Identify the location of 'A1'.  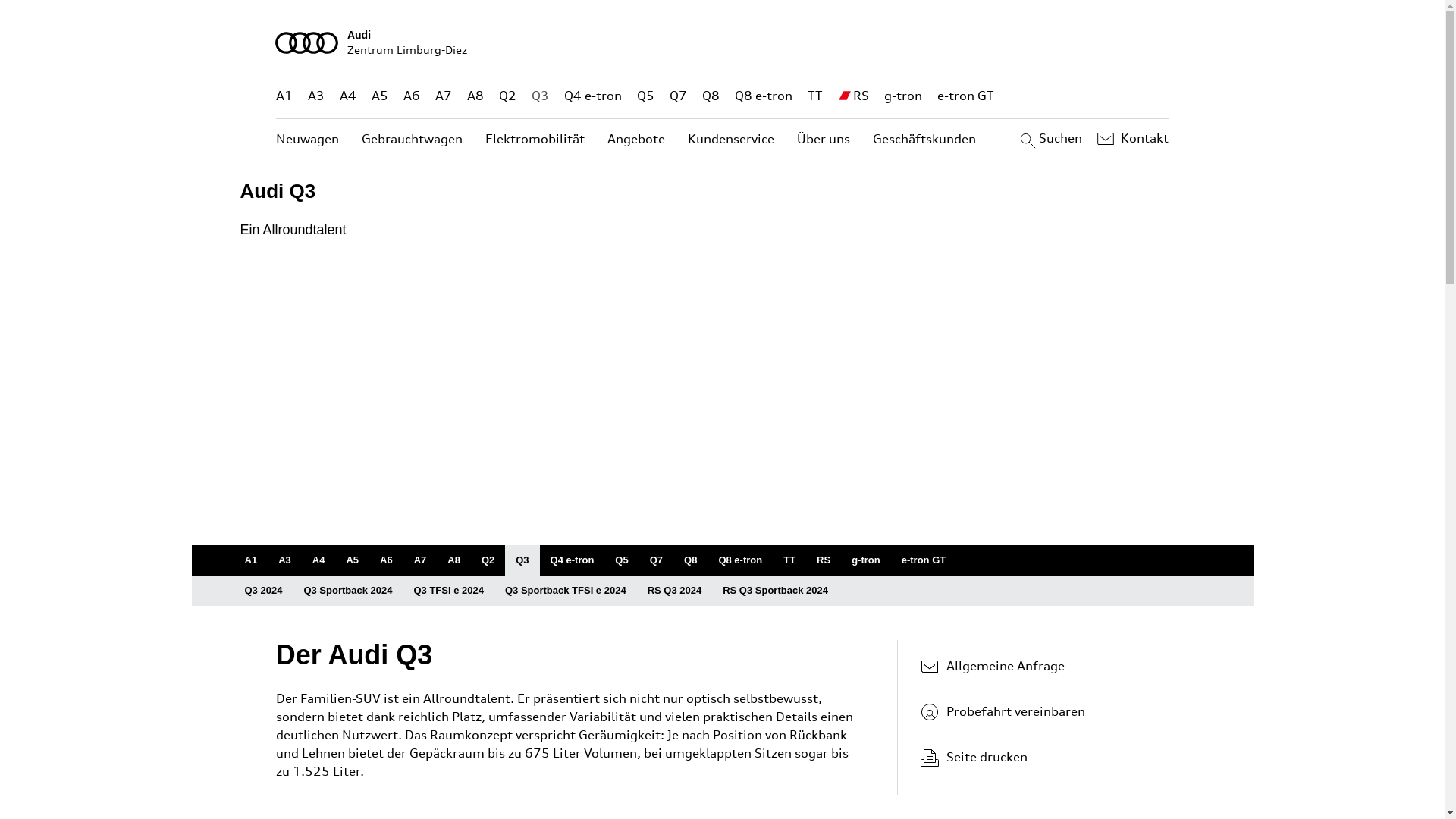
(250, 560).